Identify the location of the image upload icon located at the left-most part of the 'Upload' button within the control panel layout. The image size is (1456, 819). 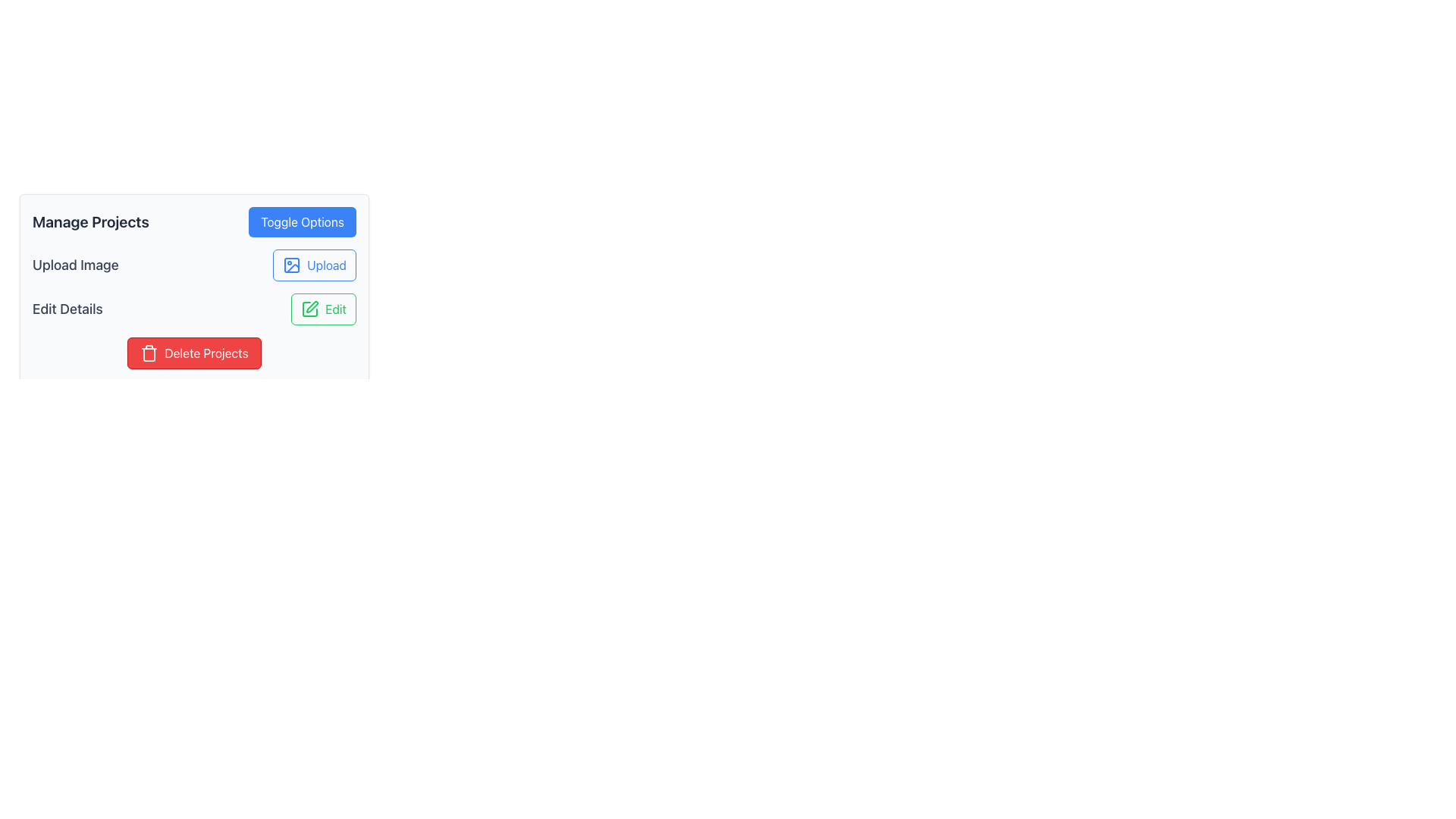
(292, 265).